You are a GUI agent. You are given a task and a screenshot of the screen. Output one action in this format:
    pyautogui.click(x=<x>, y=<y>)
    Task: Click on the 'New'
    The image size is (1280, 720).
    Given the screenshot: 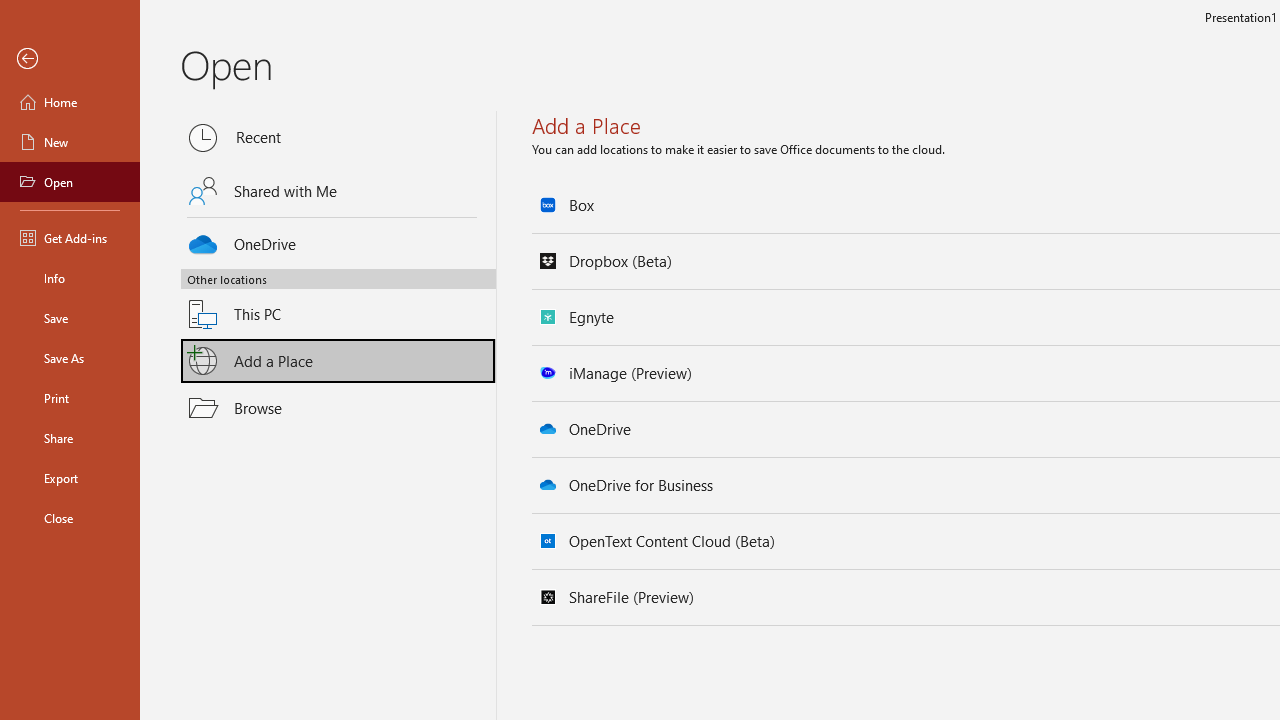 What is the action you would take?
    pyautogui.click(x=69, y=140)
    